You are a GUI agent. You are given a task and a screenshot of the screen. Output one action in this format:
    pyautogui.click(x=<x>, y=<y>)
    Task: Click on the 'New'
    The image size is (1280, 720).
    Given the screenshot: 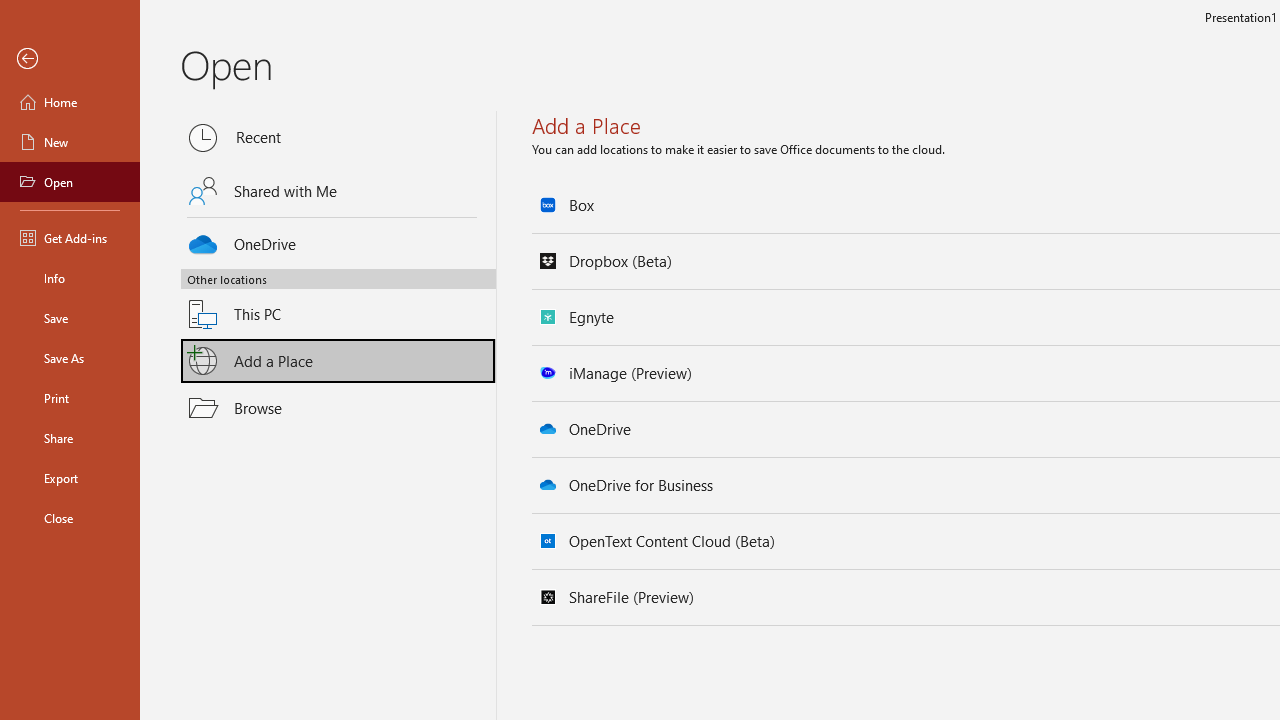 What is the action you would take?
    pyautogui.click(x=69, y=140)
    